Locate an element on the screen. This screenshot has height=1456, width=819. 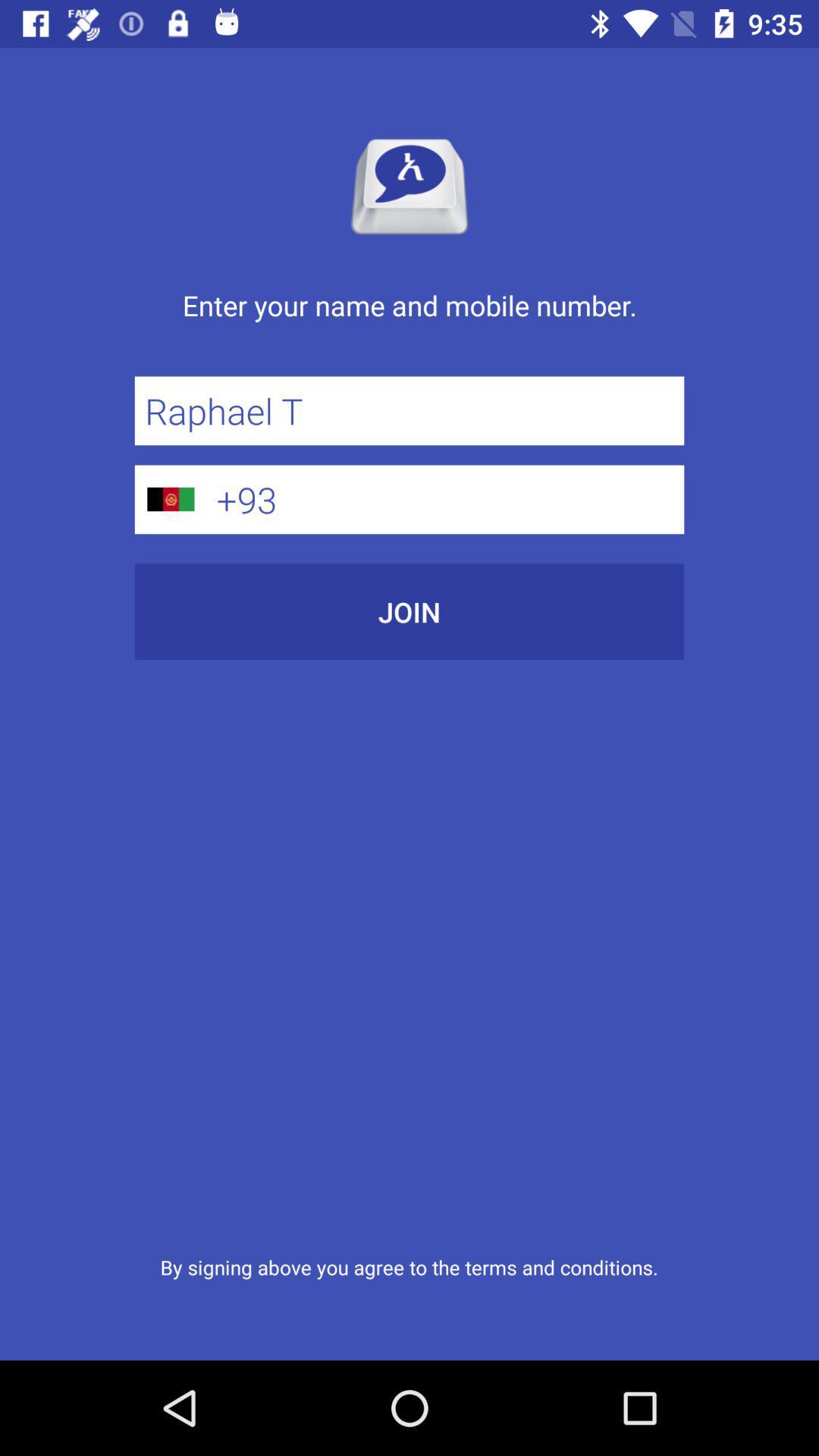
the enter your name item is located at coordinates (409, 321).